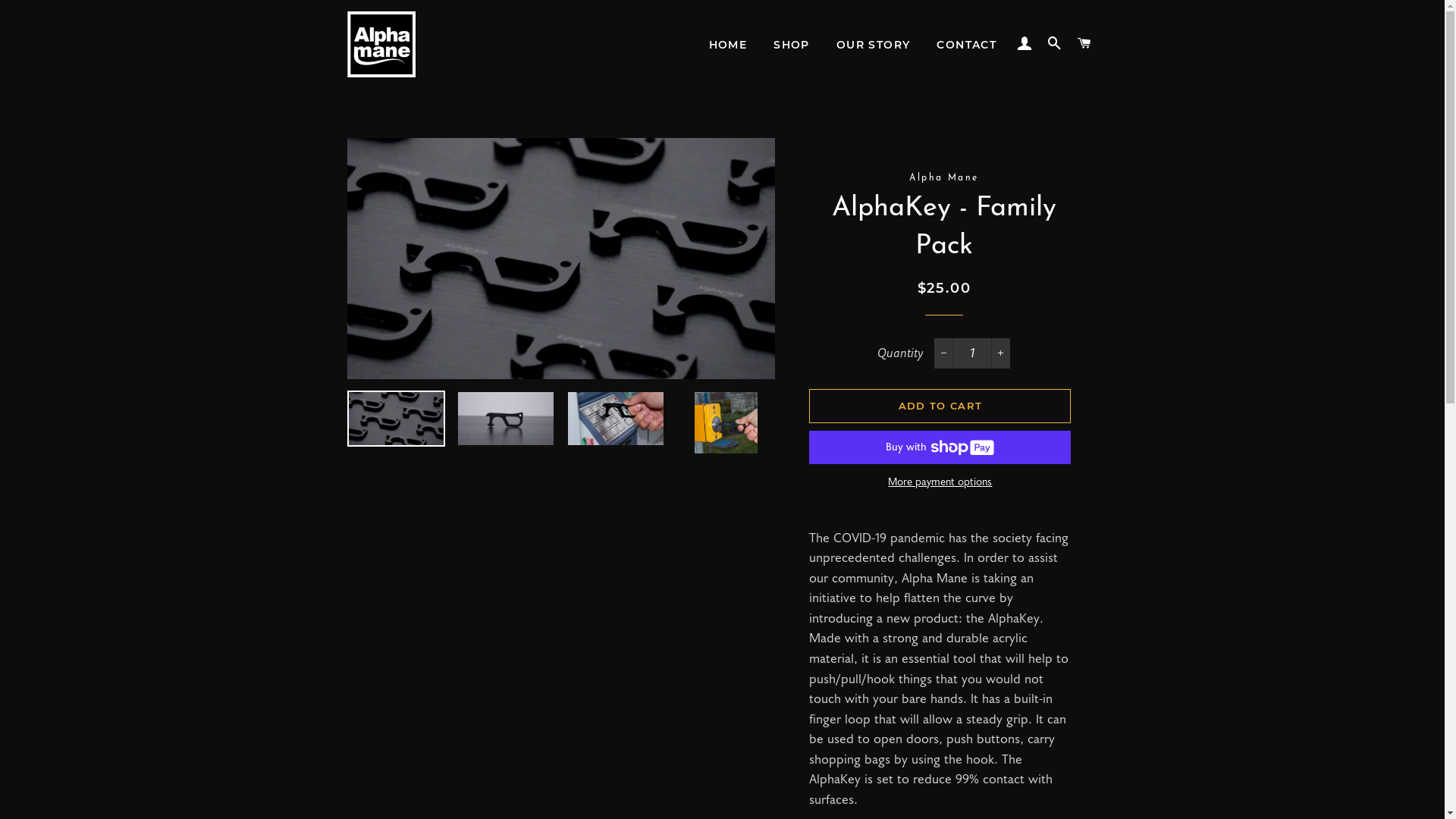 This screenshot has height=819, width=1456. What do you see at coordinates (1084, 42) in the screenshot?
I see `'CART'` at bounding box center [1084, 42].